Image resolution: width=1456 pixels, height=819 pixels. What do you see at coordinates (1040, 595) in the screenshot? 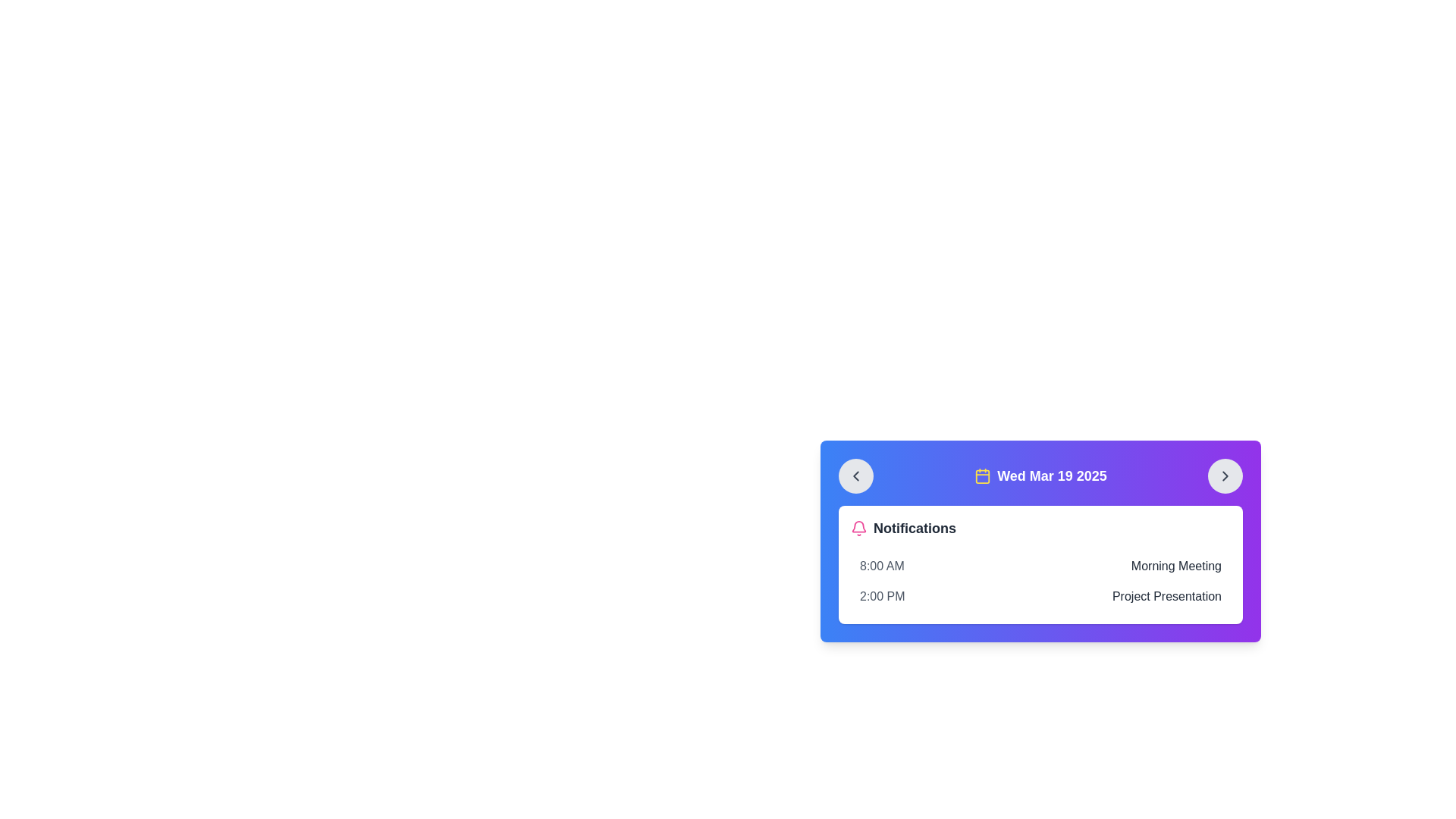
I see `the List item displaying '2:00 PM' and 'Project Presentation', which is the second entry in the event list` at bounding box center [1040, 595].